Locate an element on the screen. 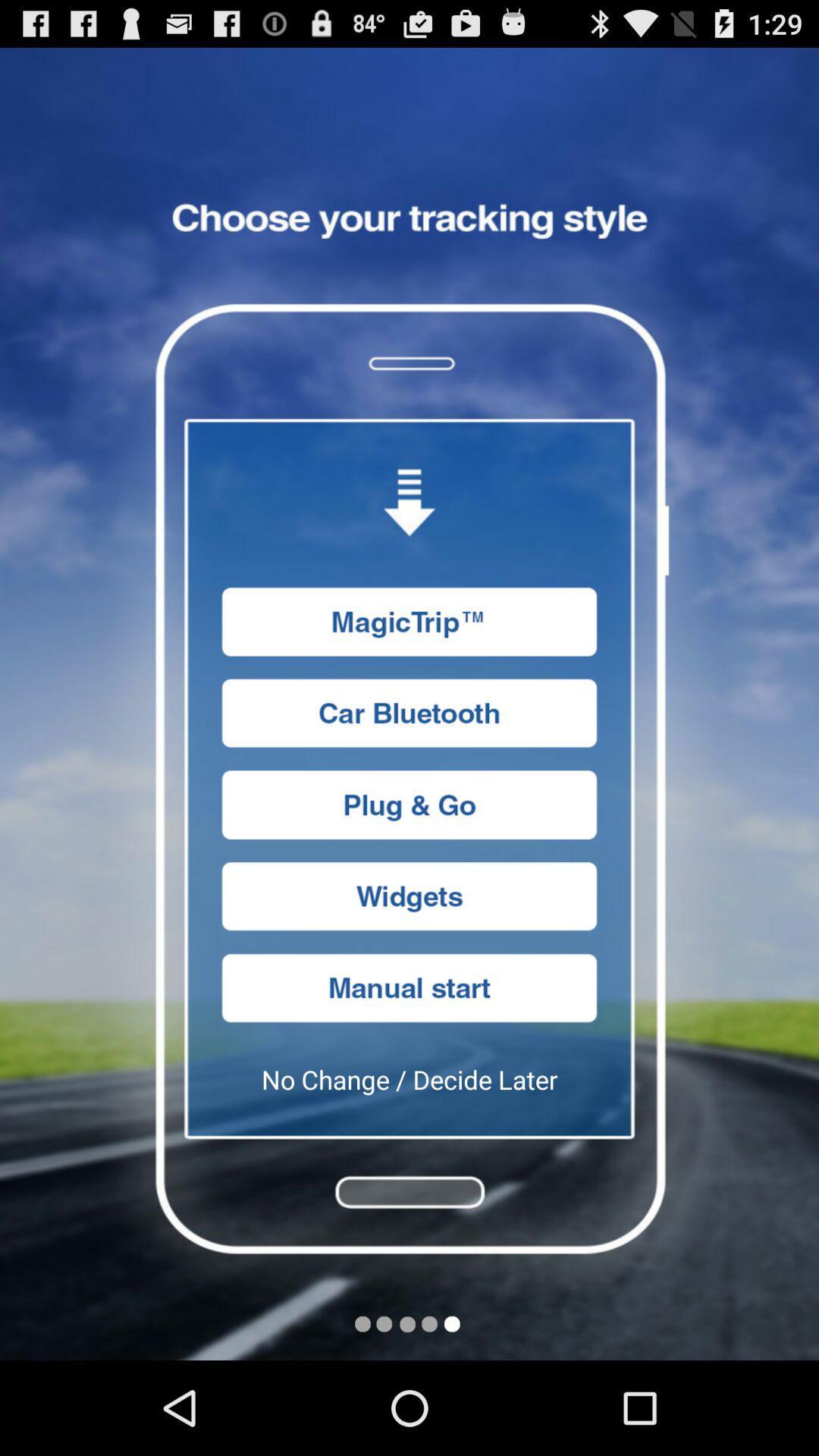  start tracking your trip manually is located at coordinates (409, 988).